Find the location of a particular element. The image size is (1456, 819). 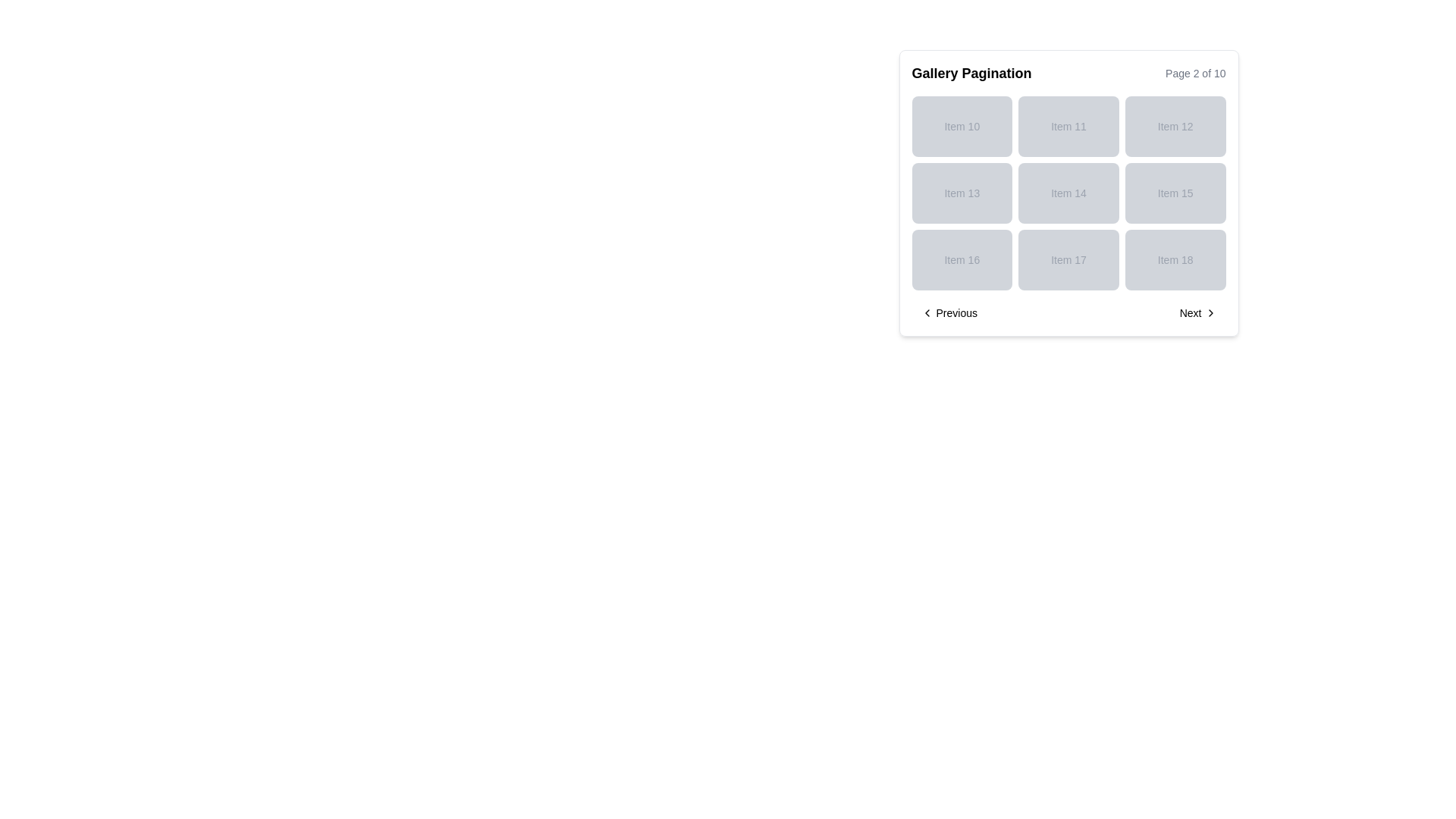

the non-interactive label 'Item 11' which is a rectangular element with a light gray background, located in the middle column of the first row in a 3x3 grid layout is located at coordinates (1068, 125).